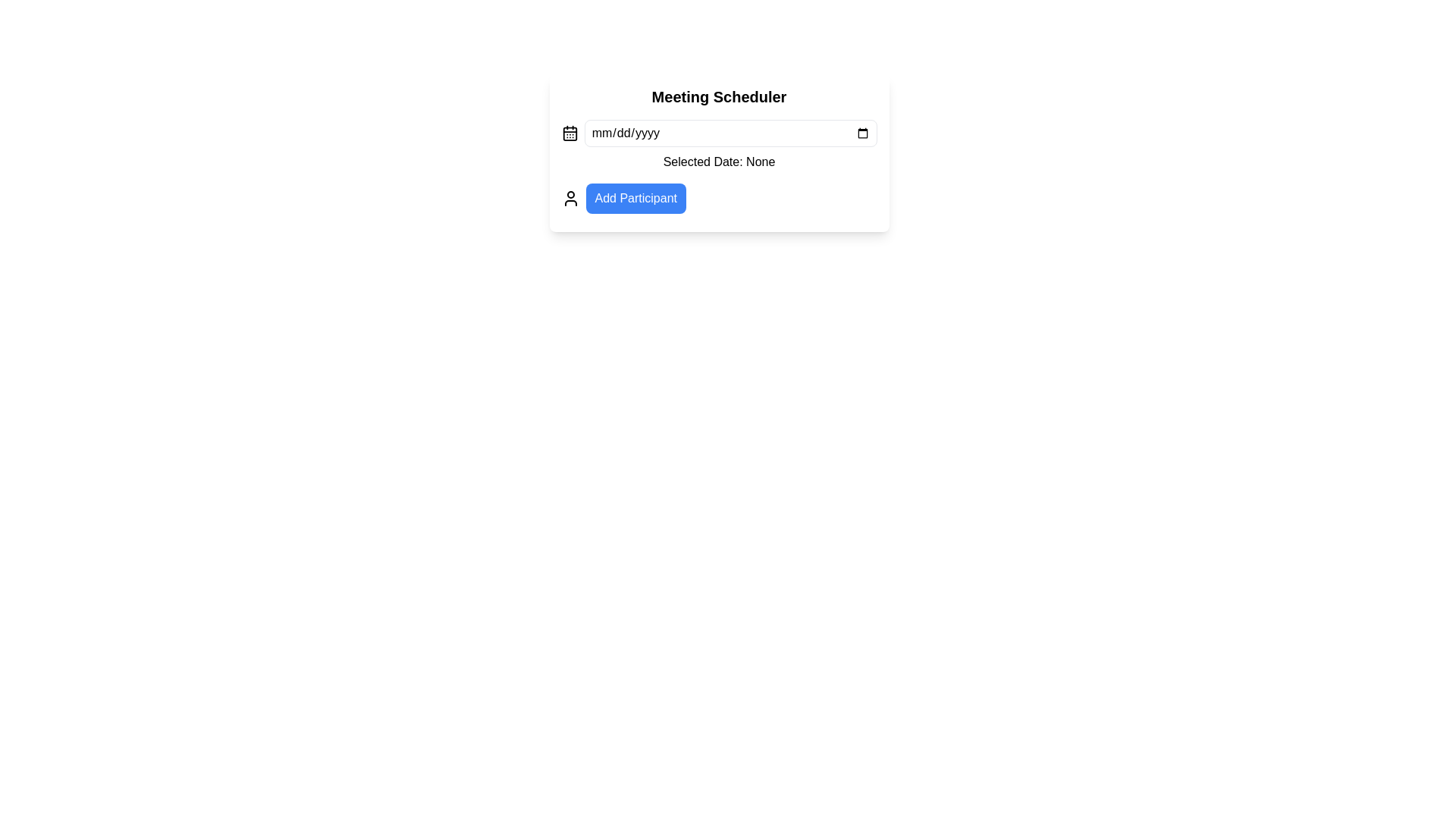 The image size is (1456, 819). I want to click on the rectangular 'Add Participant' button with a blue background and white text, so click(635, 198).